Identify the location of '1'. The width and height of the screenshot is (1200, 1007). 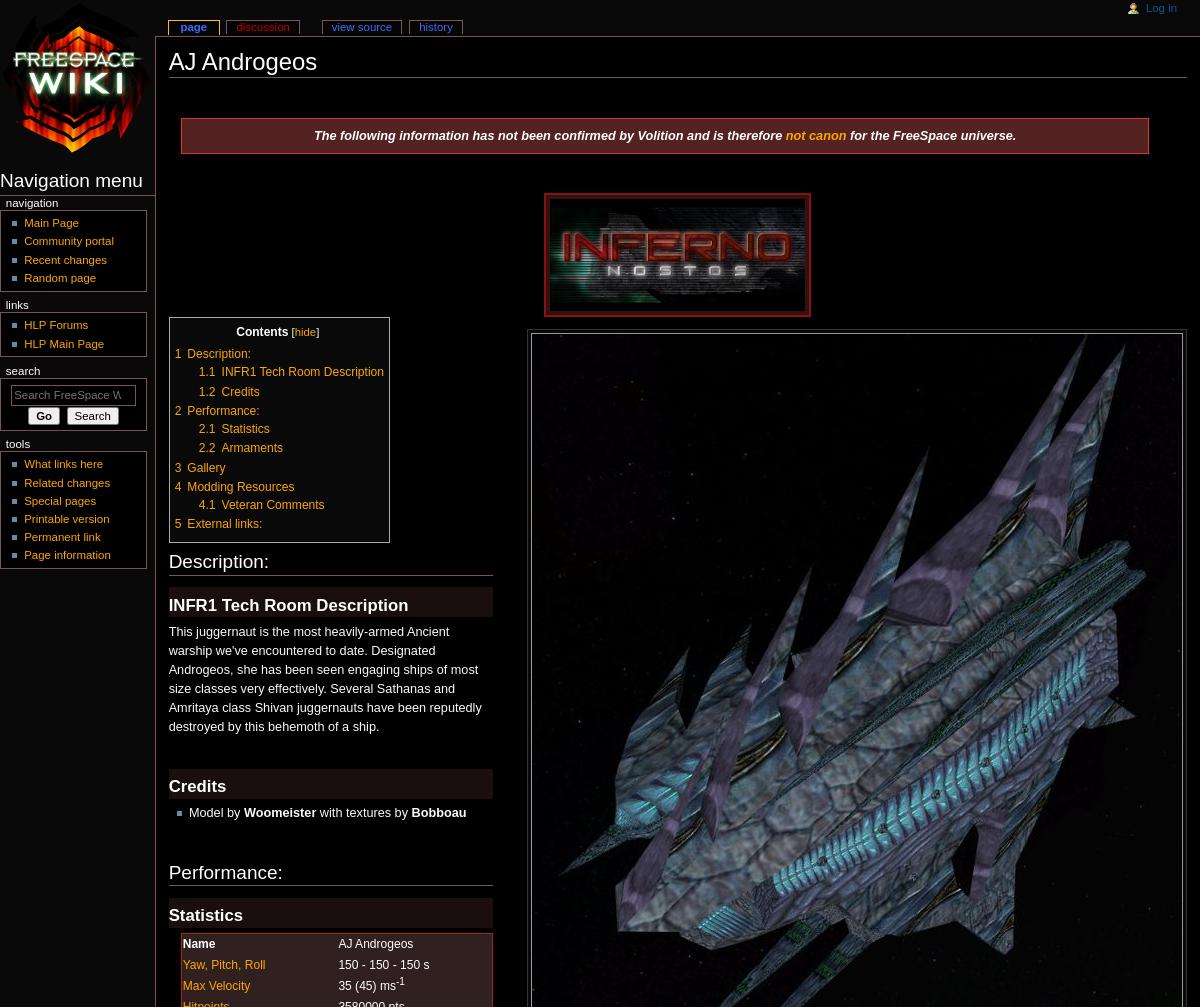
(173, 353).